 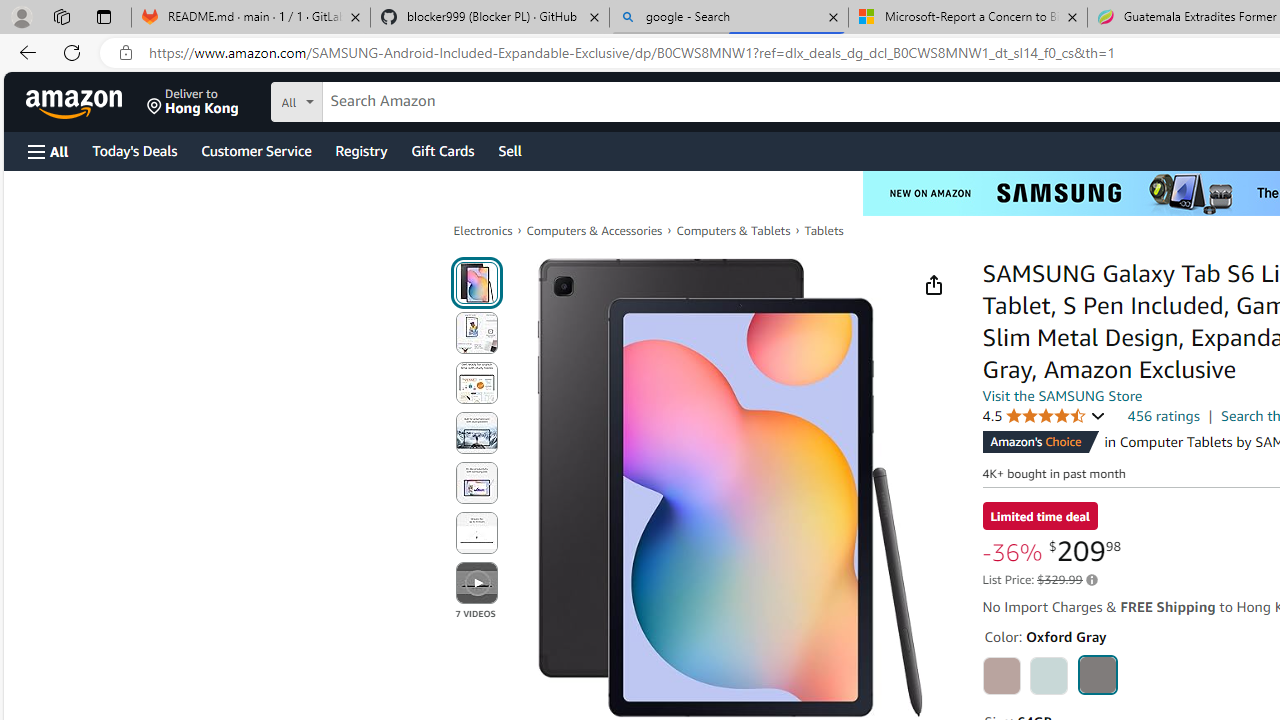 What do you see at coordinates (823, 229) in the screenshot?
I see `'Tablets'` at bounding box center [823, 229].